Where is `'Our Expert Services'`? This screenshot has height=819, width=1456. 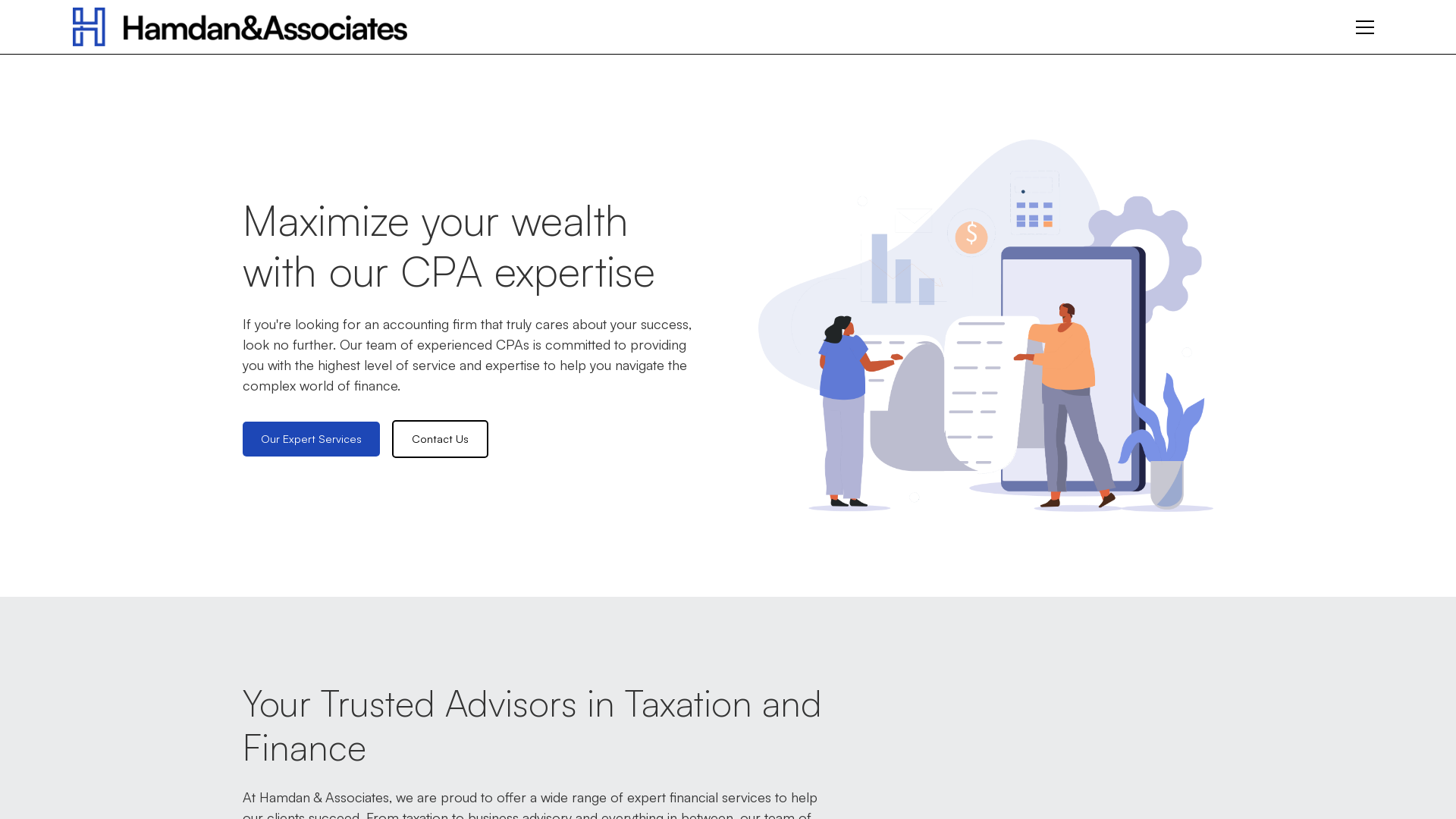
'Our Expert Services' is located at coordinates (243, 438).